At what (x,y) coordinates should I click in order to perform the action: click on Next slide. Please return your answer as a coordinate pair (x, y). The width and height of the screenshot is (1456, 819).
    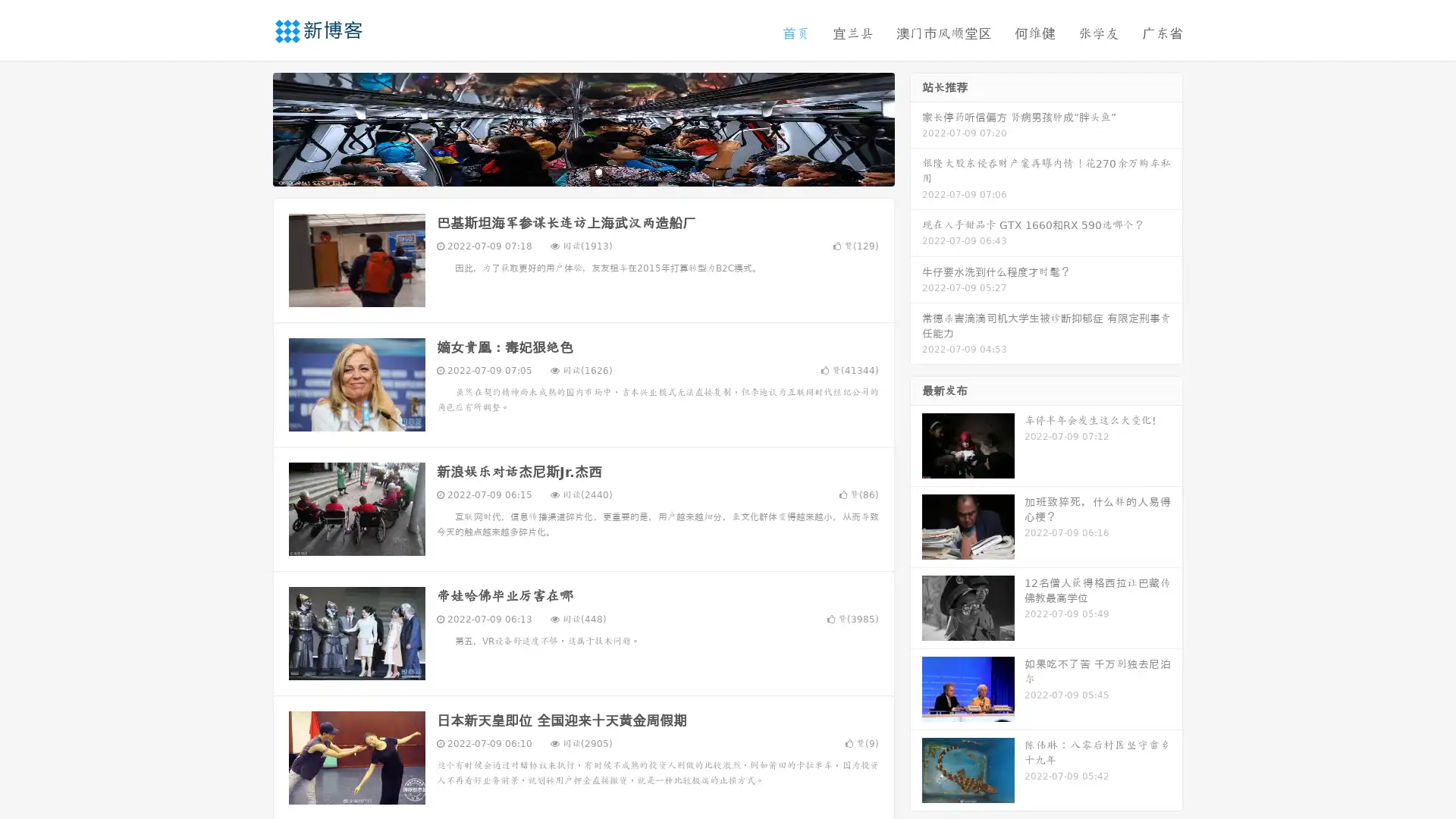
    Looking at the image, I should click on (916, 127).